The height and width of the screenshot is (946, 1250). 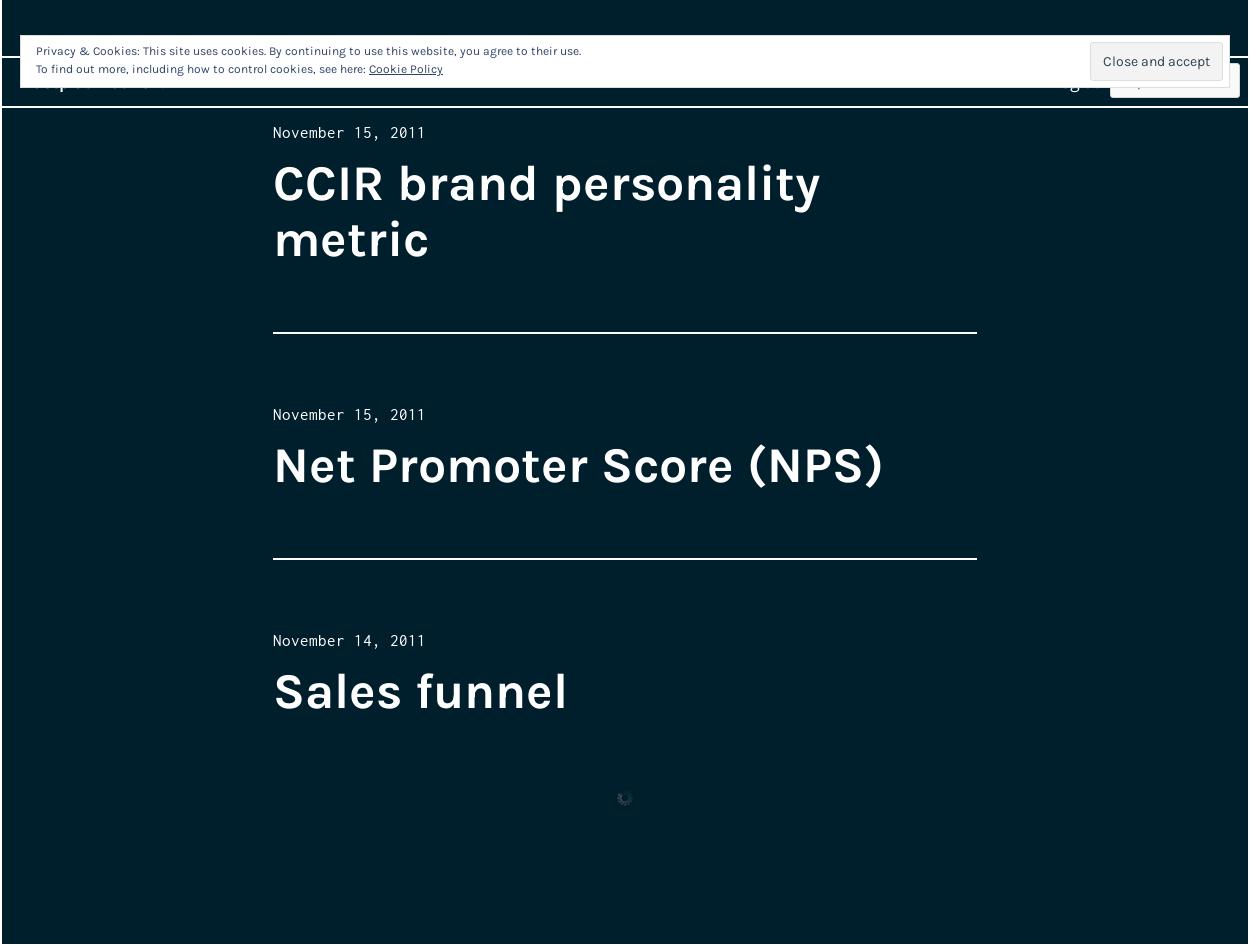 What do you see at coordinates (577, 464) in the screenshot?
I see `'Net Promoter Score (NPS)'` at bounding box center [577, 464].